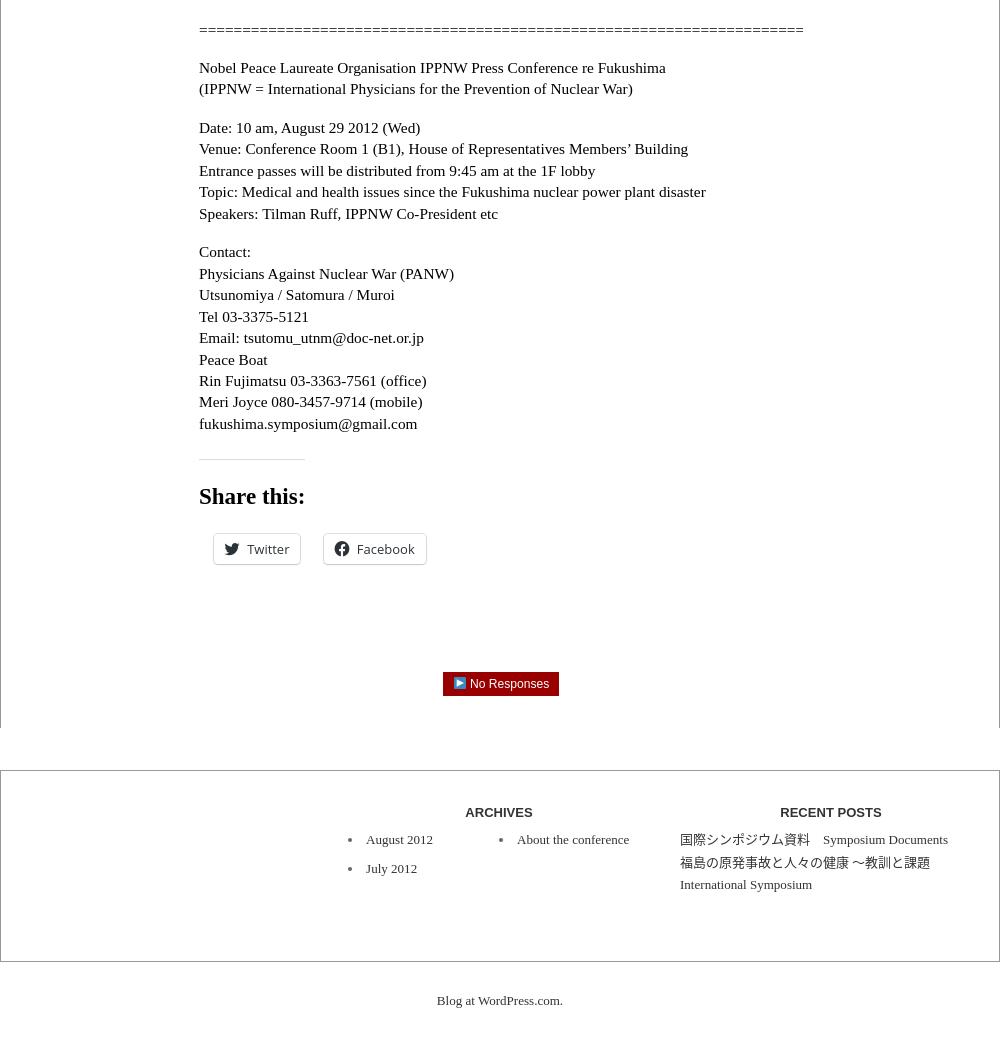 The height and width of the screenshot is (1037, 1001). I want to click on 'Utsunomiya / Satomura / Muroi', so click(198, 293).